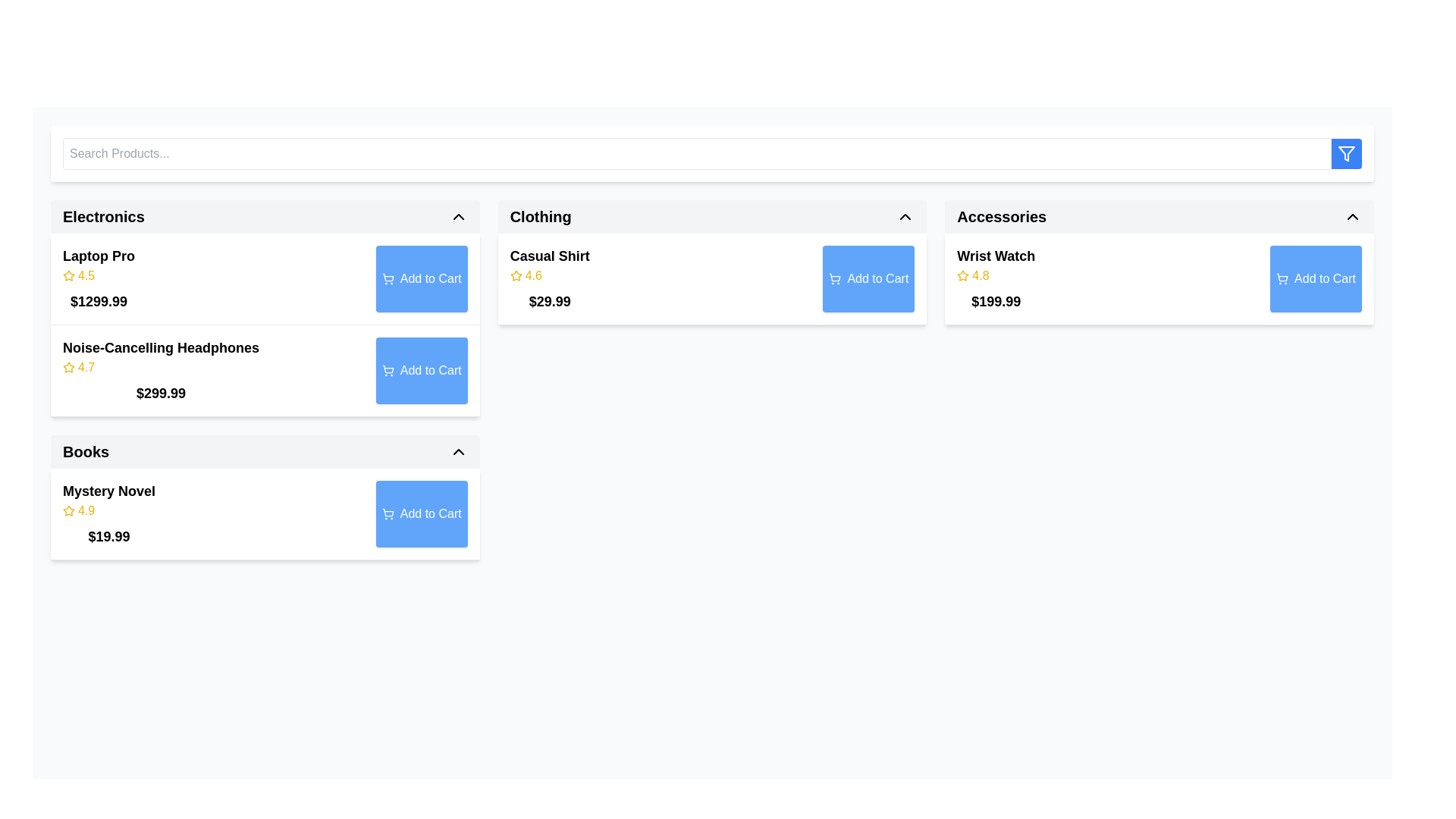 The width and height of the screenshot is (1456, 819). I want to click on the Product Information Section, which displays the product's name, rating, and price, so click(996, 278).